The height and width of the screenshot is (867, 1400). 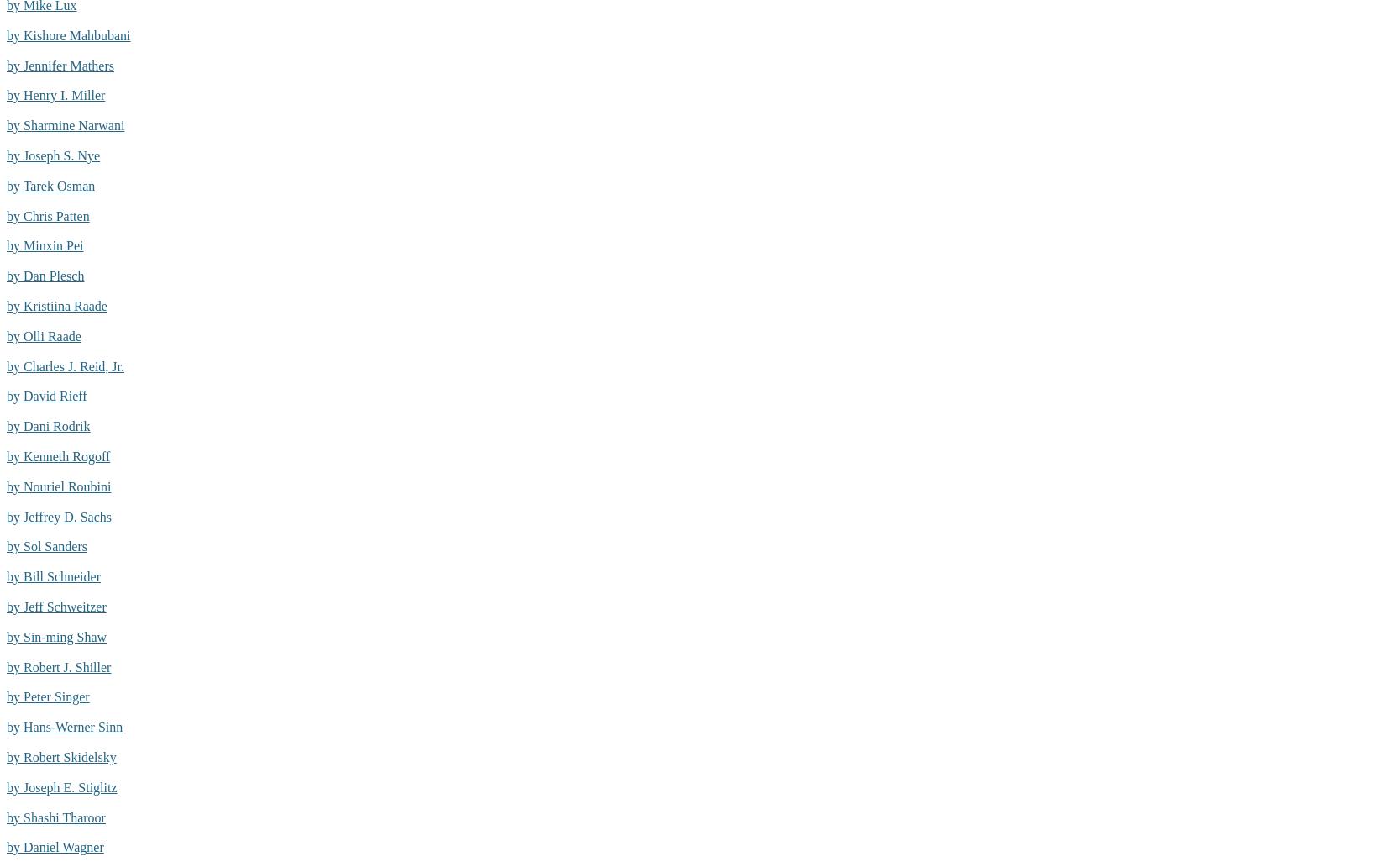 I want to click on 'by Olli Raade', so click(x=44, y=334).